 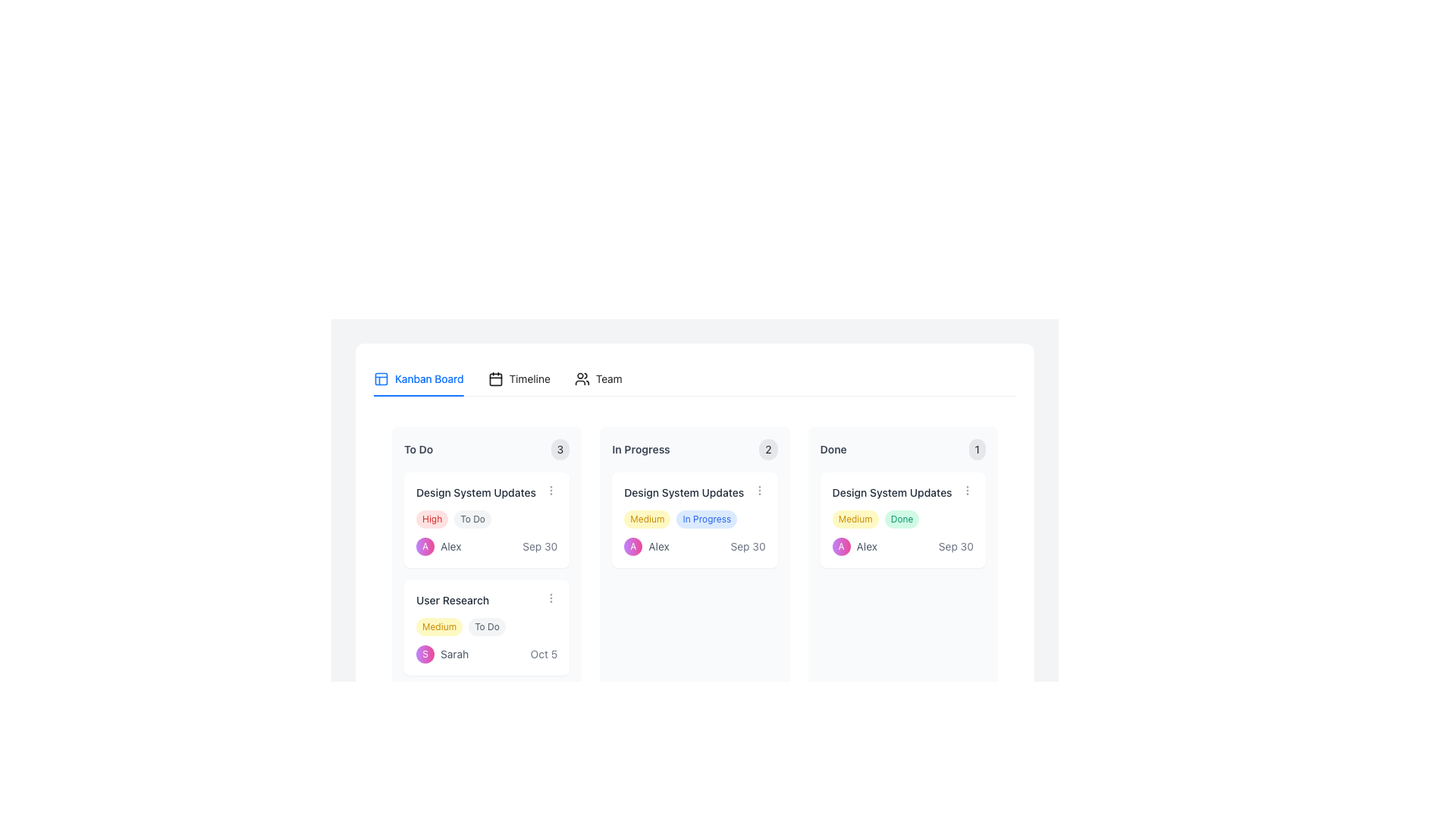 I want to click on the first tab labeled 'Kanban Board', so click(x=419, y=378).